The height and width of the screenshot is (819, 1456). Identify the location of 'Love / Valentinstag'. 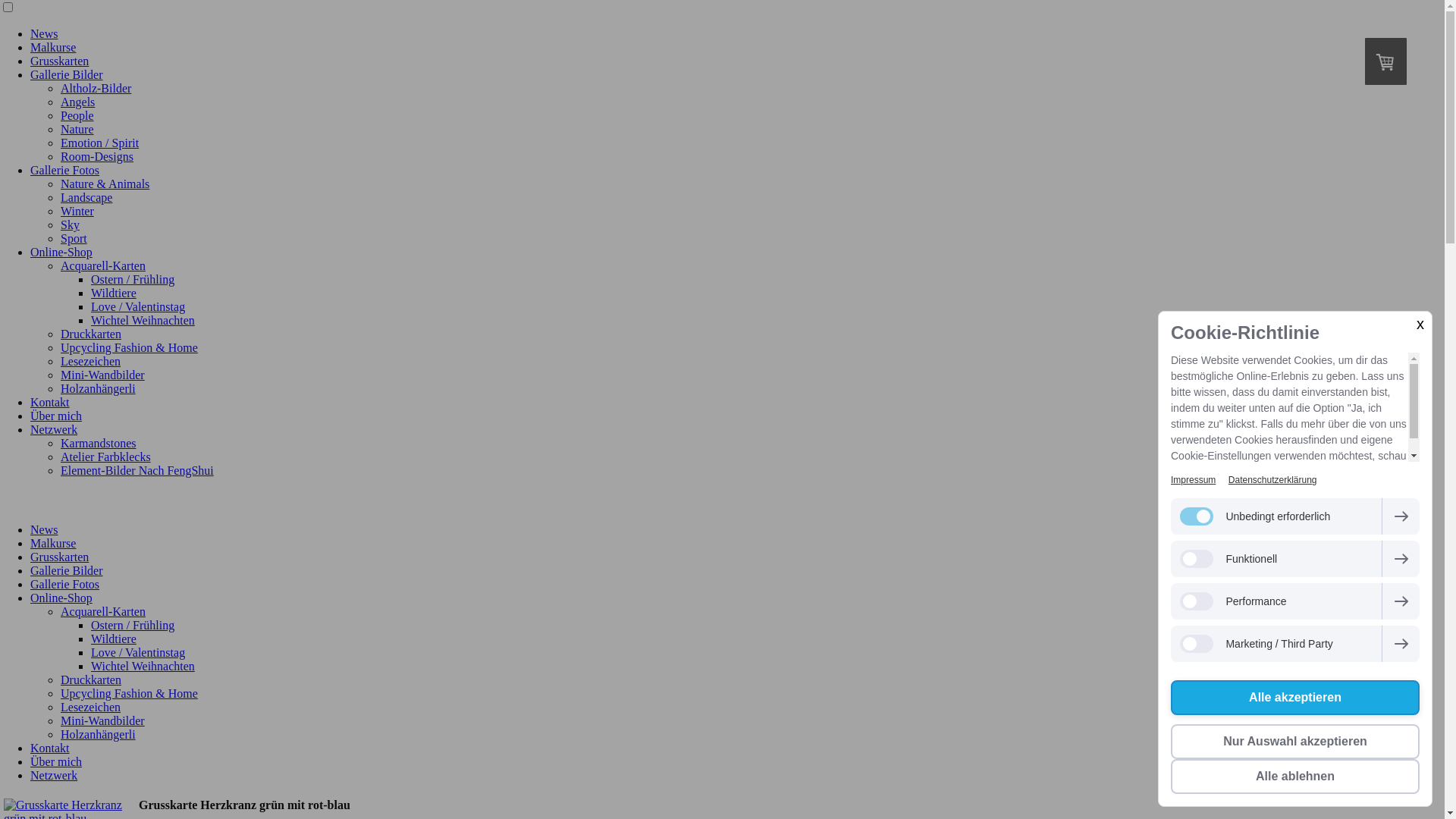
(138, 306).